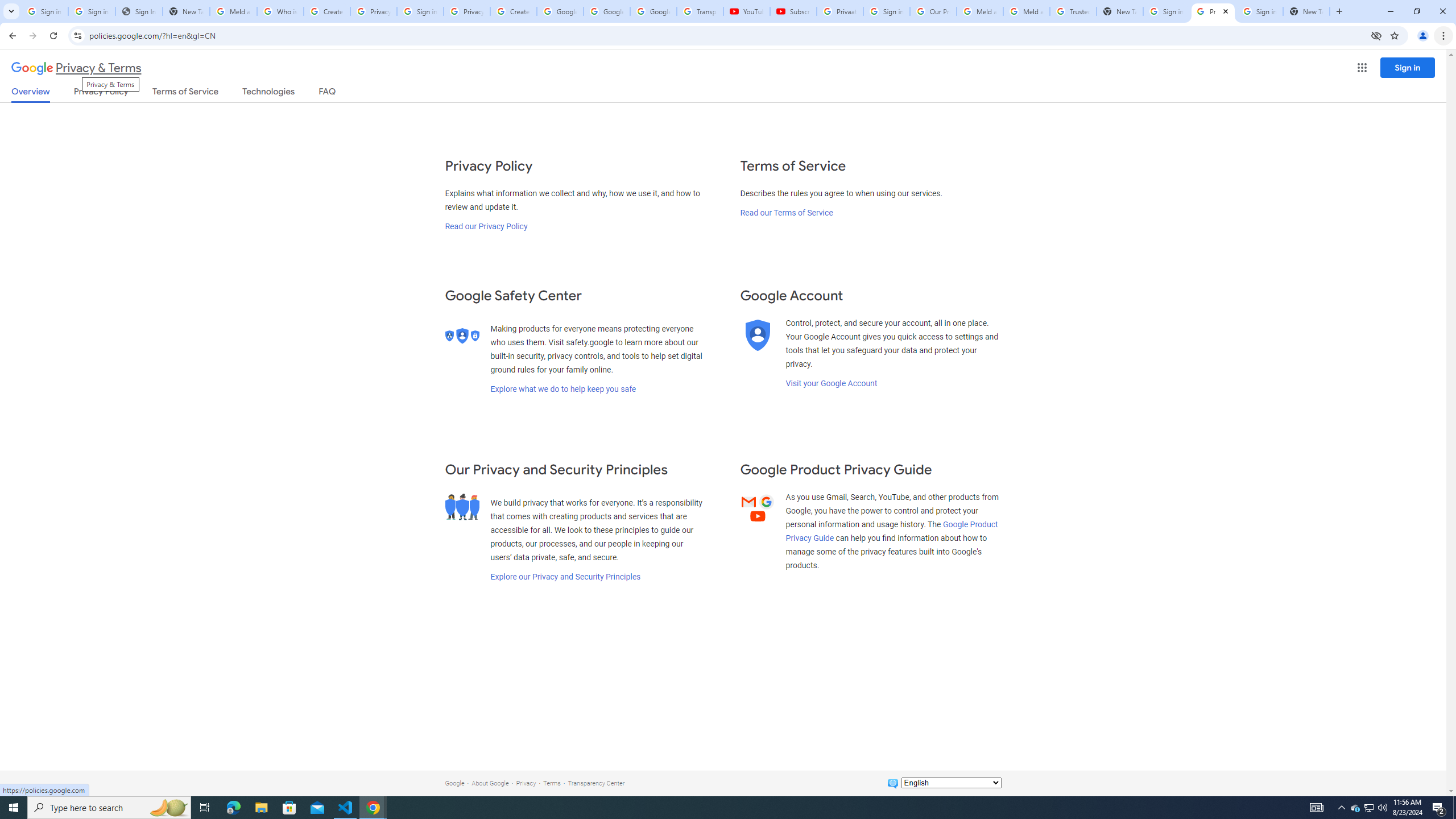  I want to click on 'Bookmark this tab', so click(1393, 35).